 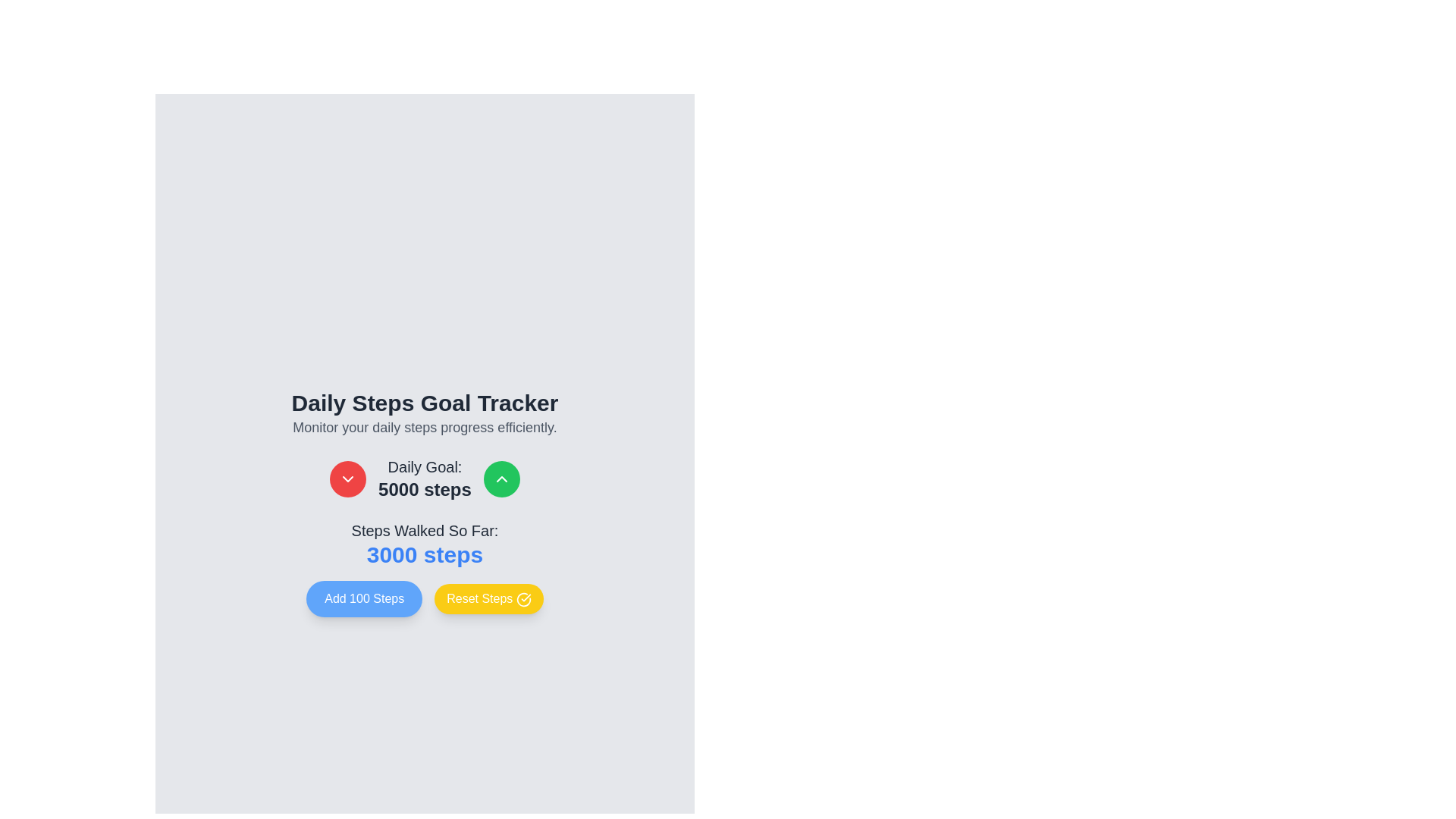 I want to click on the text label indicating the heading for the numeric value below it, which is positioned above the '5000 steps' text and centrally placed within the Daily Steps Goal Tracker section, so click(x=425, y=466).